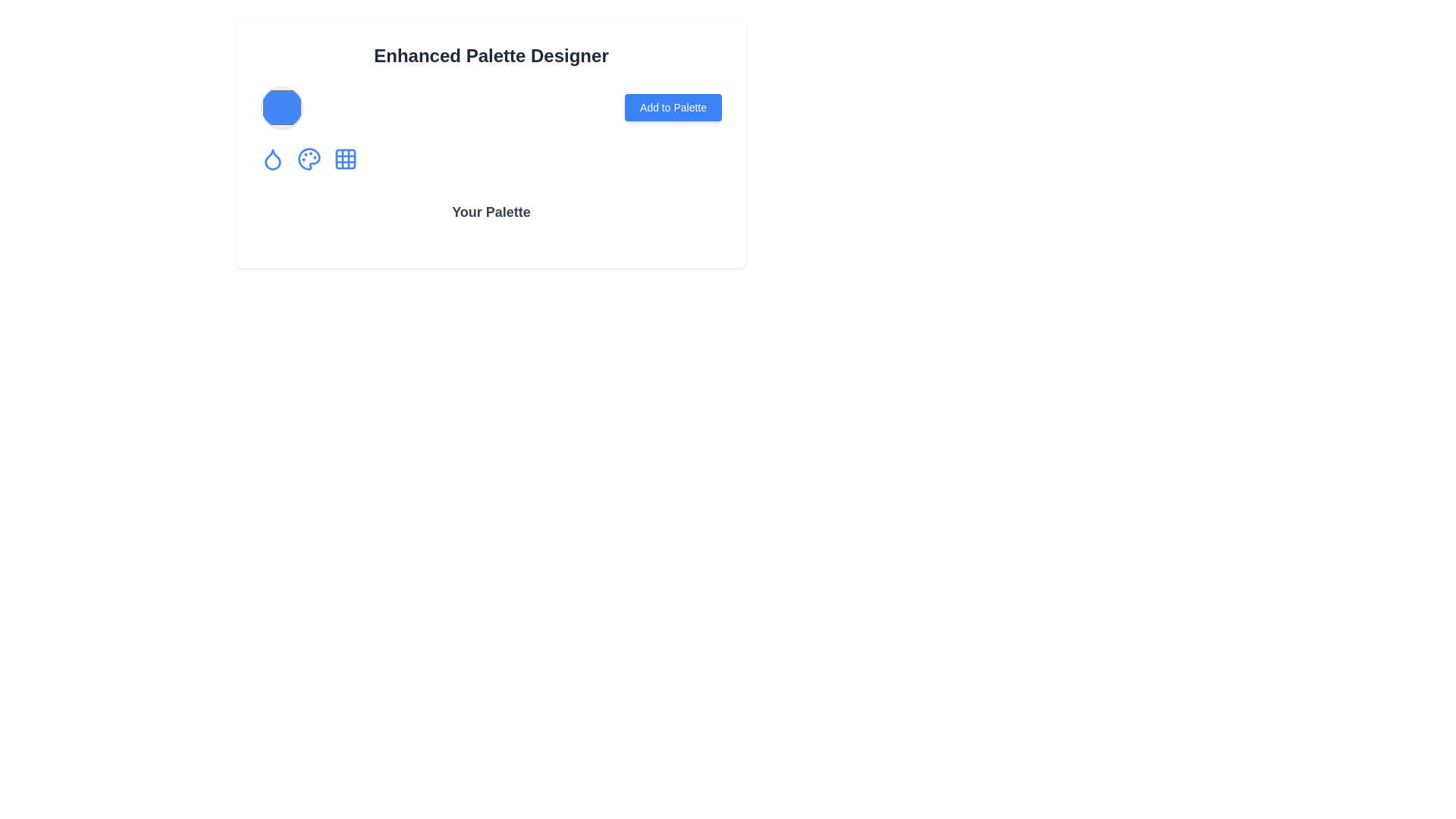 The image size is (1456, 819). Describe the element at coordinates (673, 107) in the screenshot. I see `the rectangular blue button with rounded corners labeled 'Add to Palette' for visual feedback` at that location.